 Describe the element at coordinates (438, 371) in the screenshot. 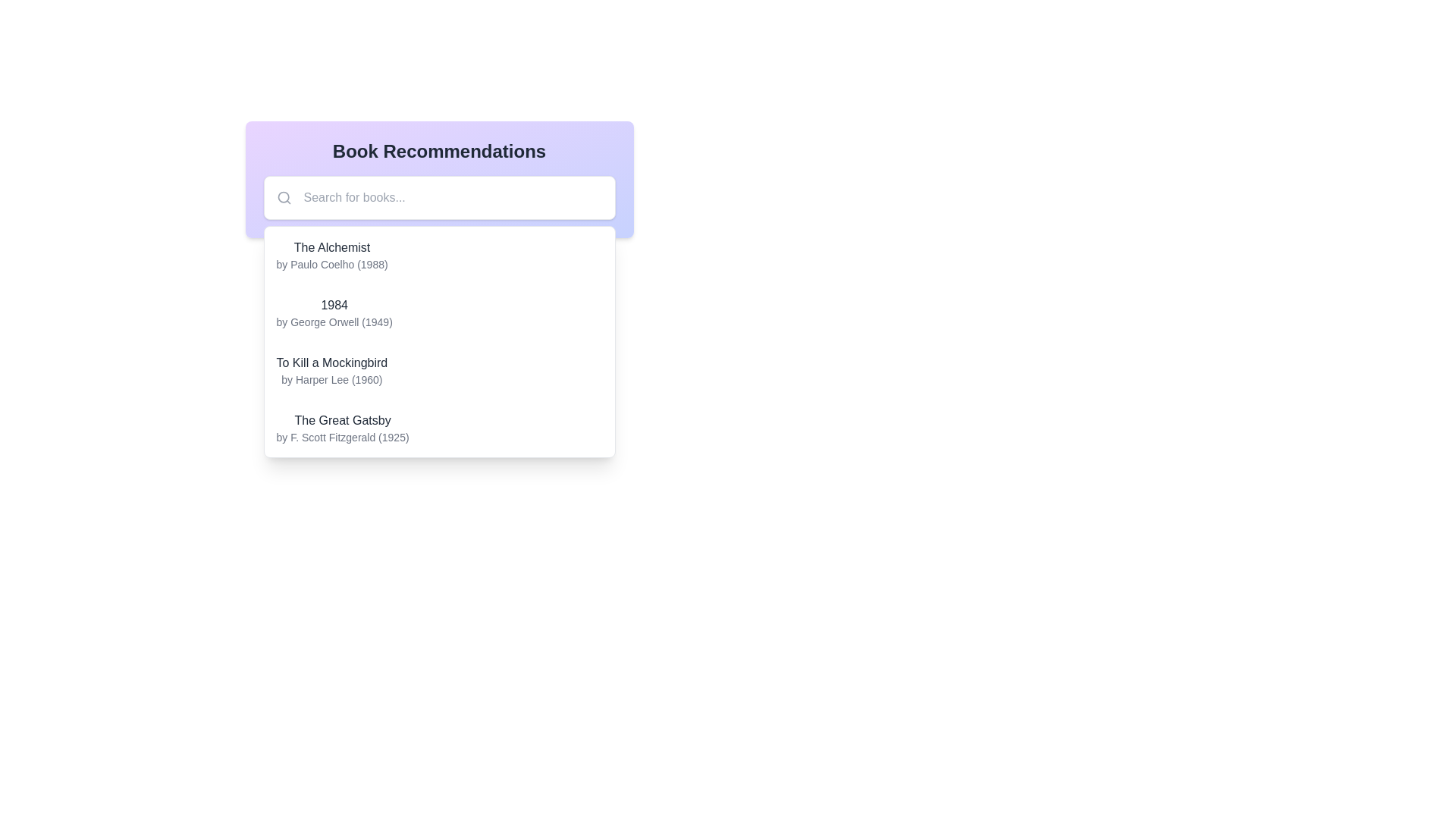

I see `the third selectable list item that presents book title and author details, located between '1984' by George Orwell and 'The Great Gatsby' by F. Scott Fitzgerald` at that location.